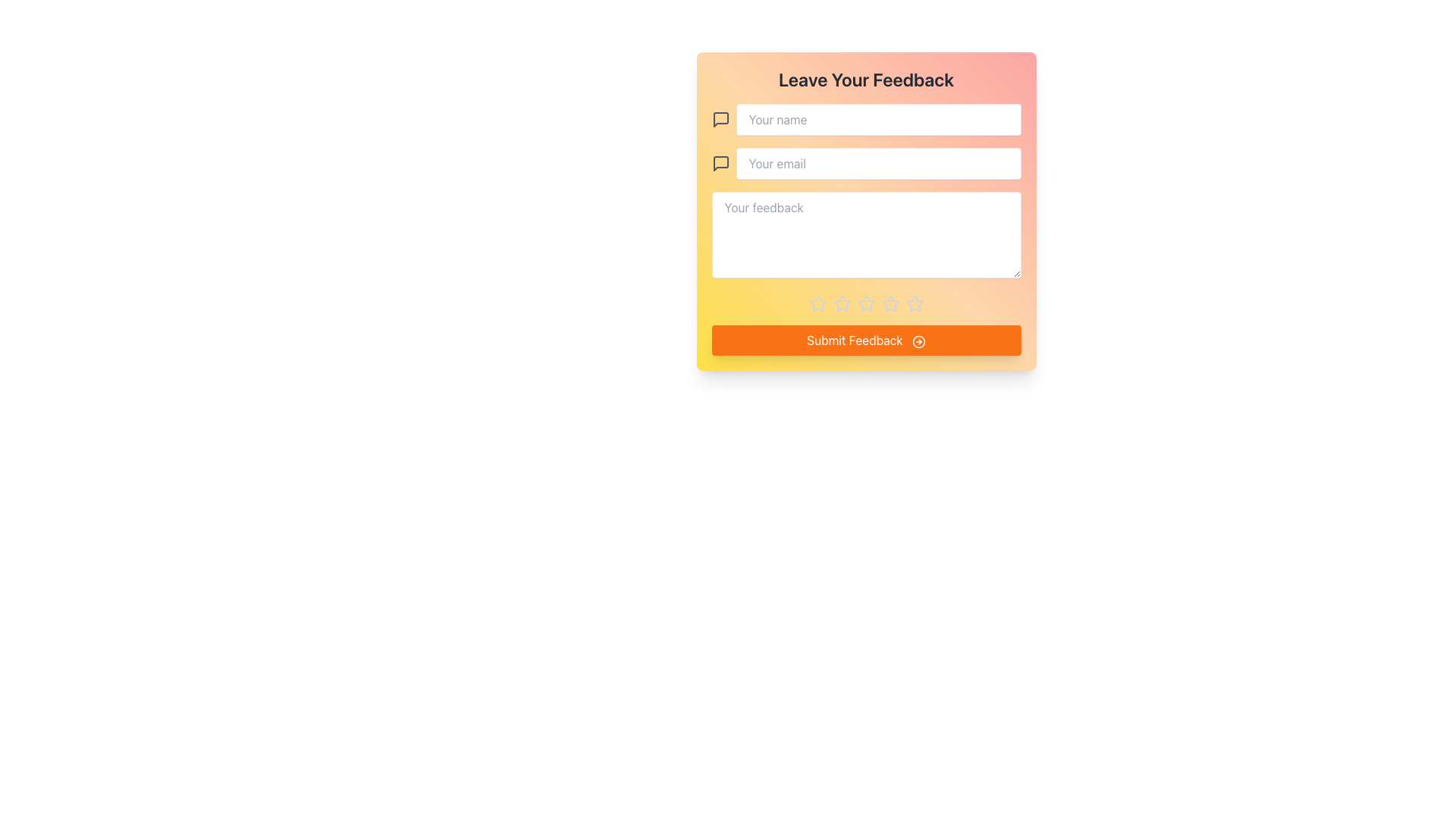 Image resolution: width=1456 pixels, height=819 pixels. What do you see at coordinates (866, 164) in the screenshot?
I see `the Email input box with the placeholder 'Your email'` at bounding box center [866, 164].